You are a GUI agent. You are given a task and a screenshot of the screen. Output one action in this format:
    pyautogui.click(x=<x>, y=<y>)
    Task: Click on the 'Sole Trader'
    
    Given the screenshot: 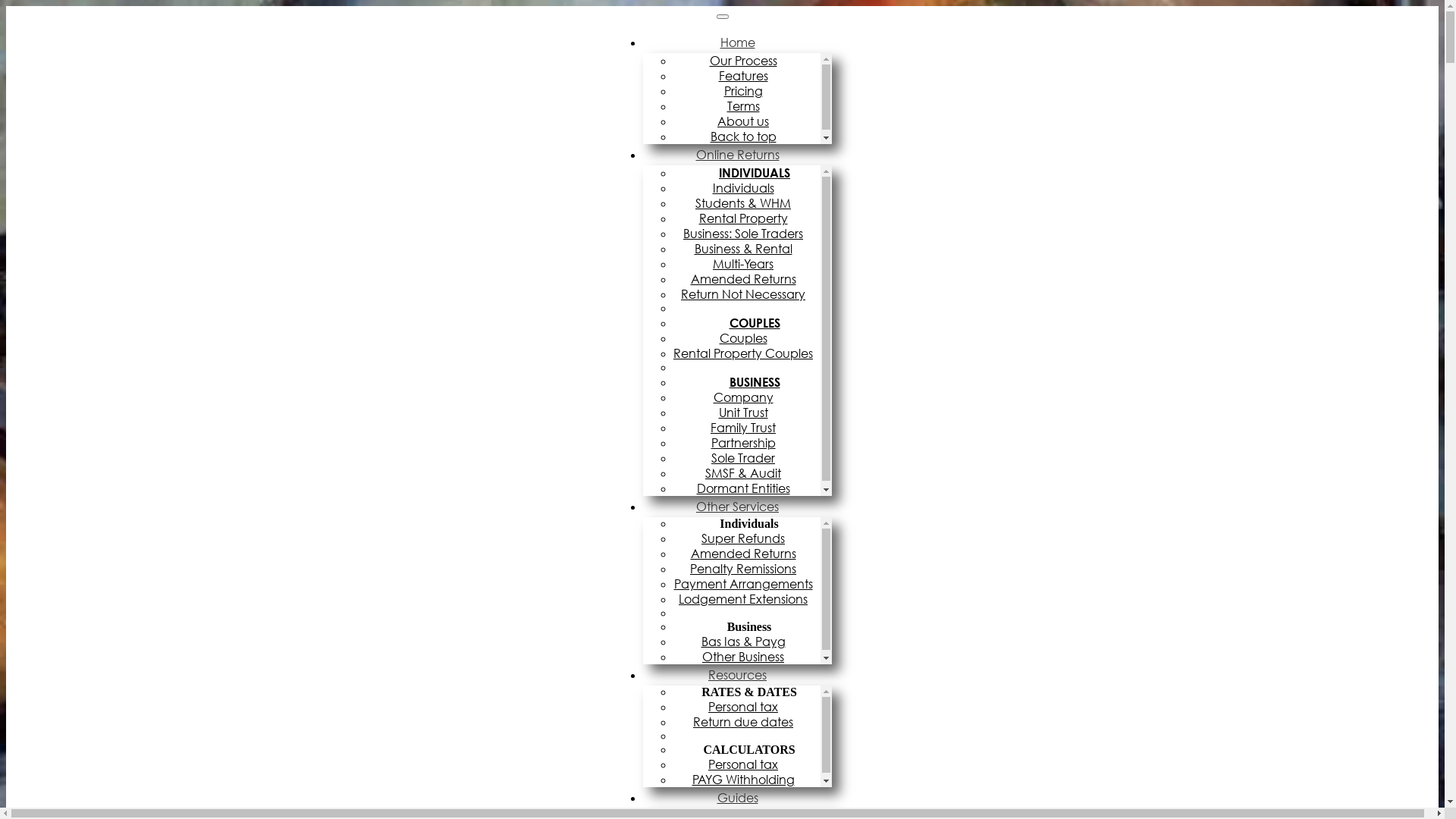 What is the action you would take?
    pyautogui.click(x=746, y=457)
    